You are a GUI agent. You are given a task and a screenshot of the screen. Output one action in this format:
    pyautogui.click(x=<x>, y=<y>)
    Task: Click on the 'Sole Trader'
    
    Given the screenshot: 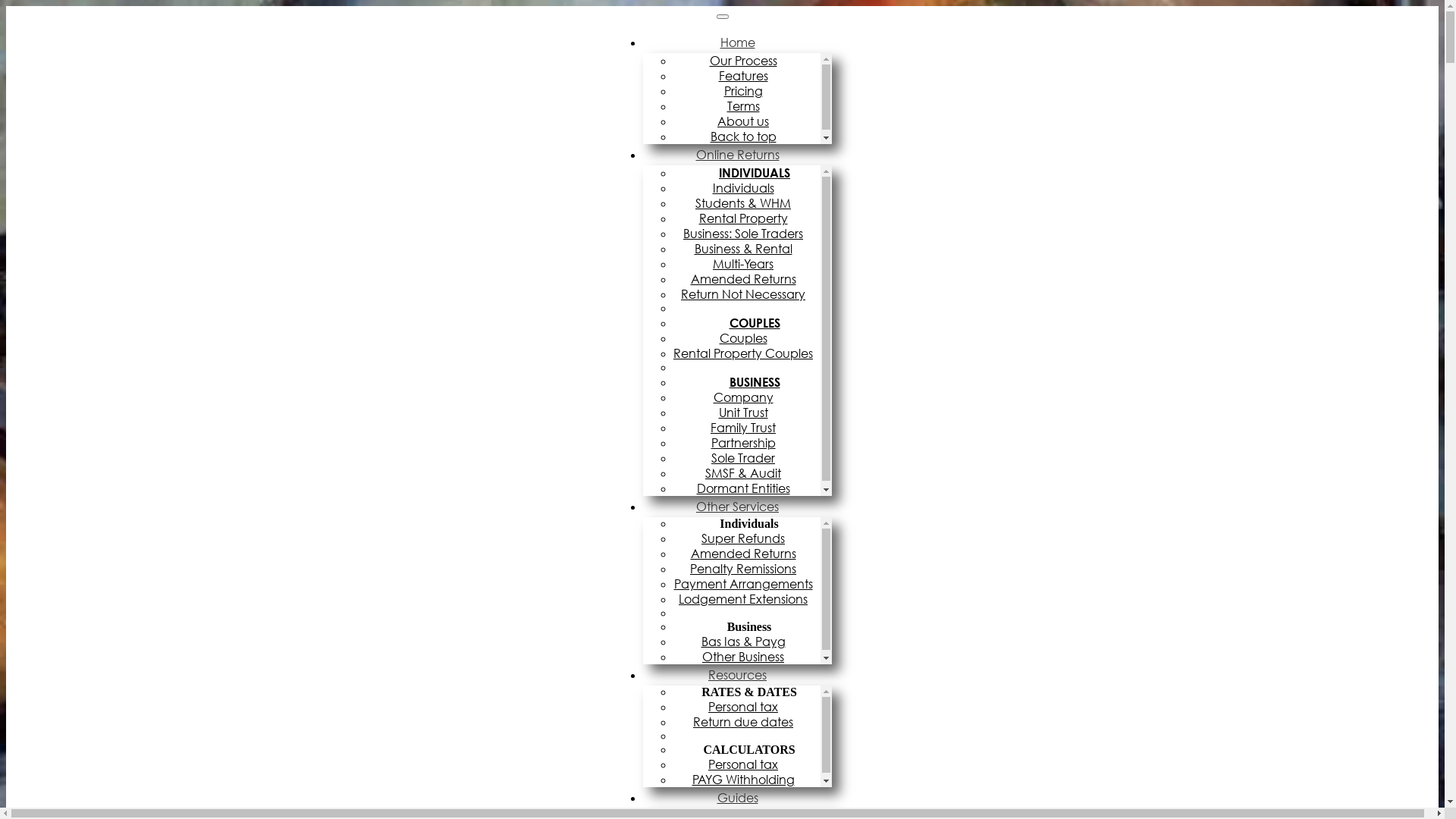 What is the action you would take?
    pyautogui.click(x=746, y=457)
    